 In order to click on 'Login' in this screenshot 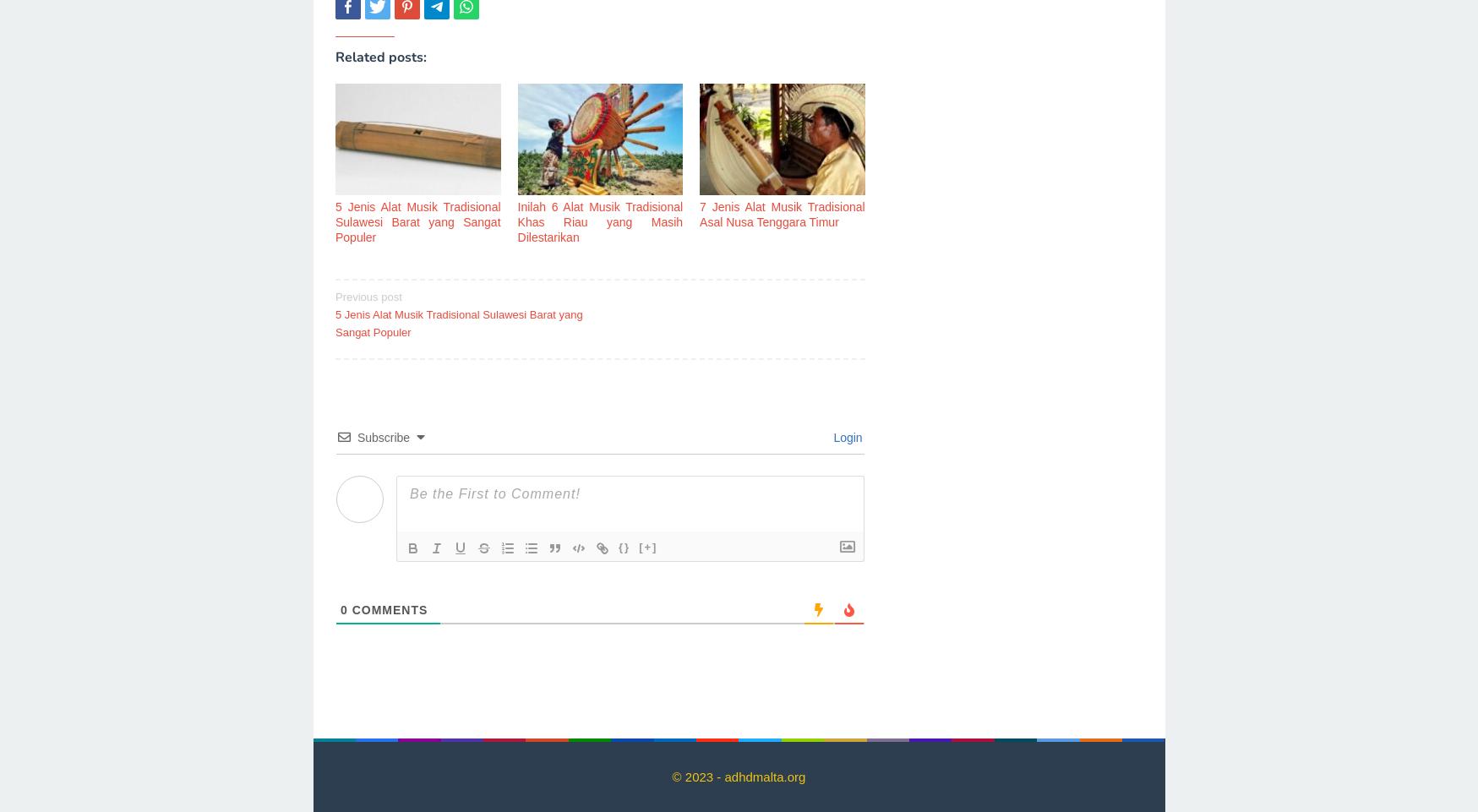, I will do `click(844, 437)`.